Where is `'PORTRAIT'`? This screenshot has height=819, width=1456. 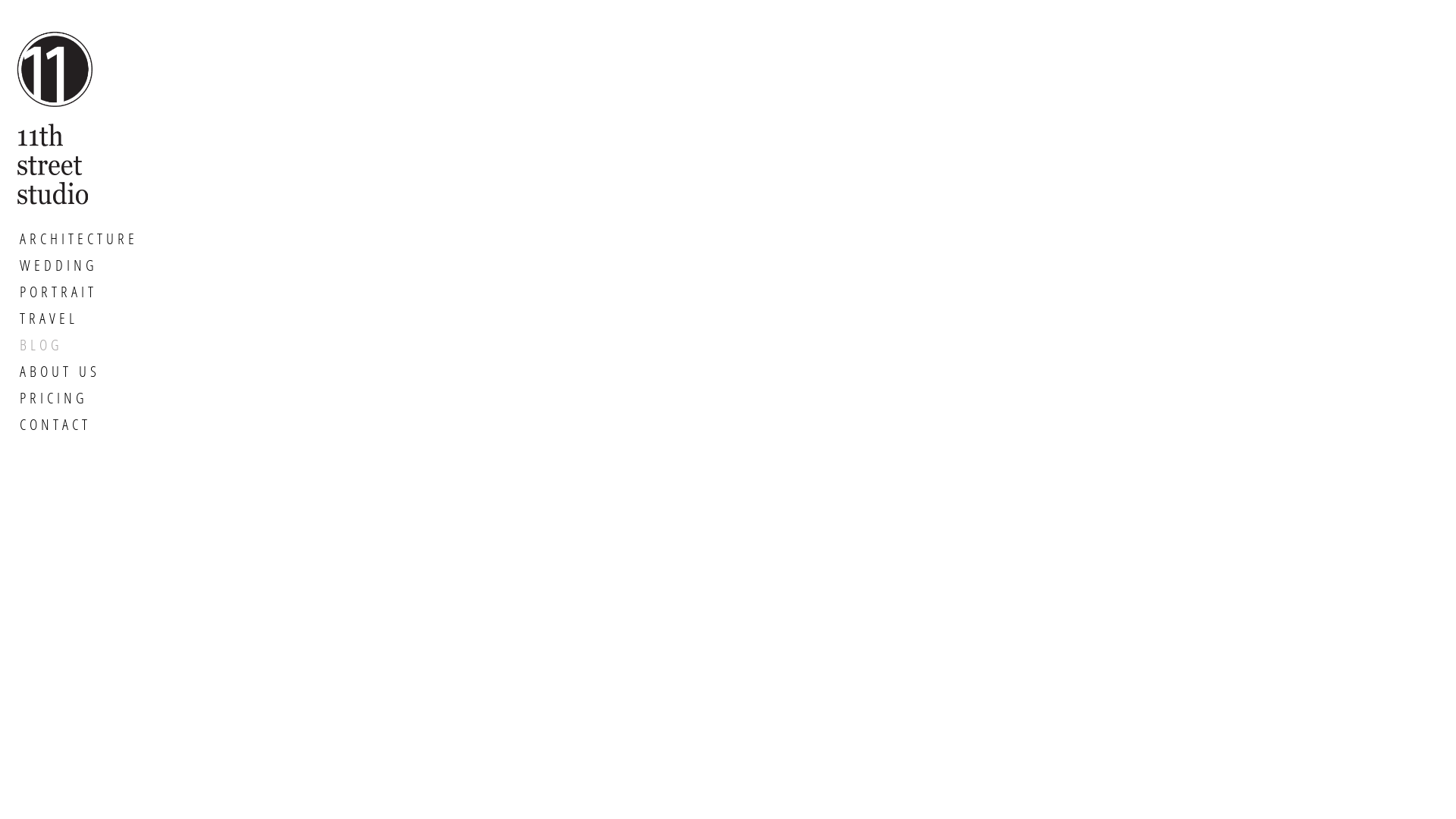 'PORTRAIT' is located at coordinates (78, 292).